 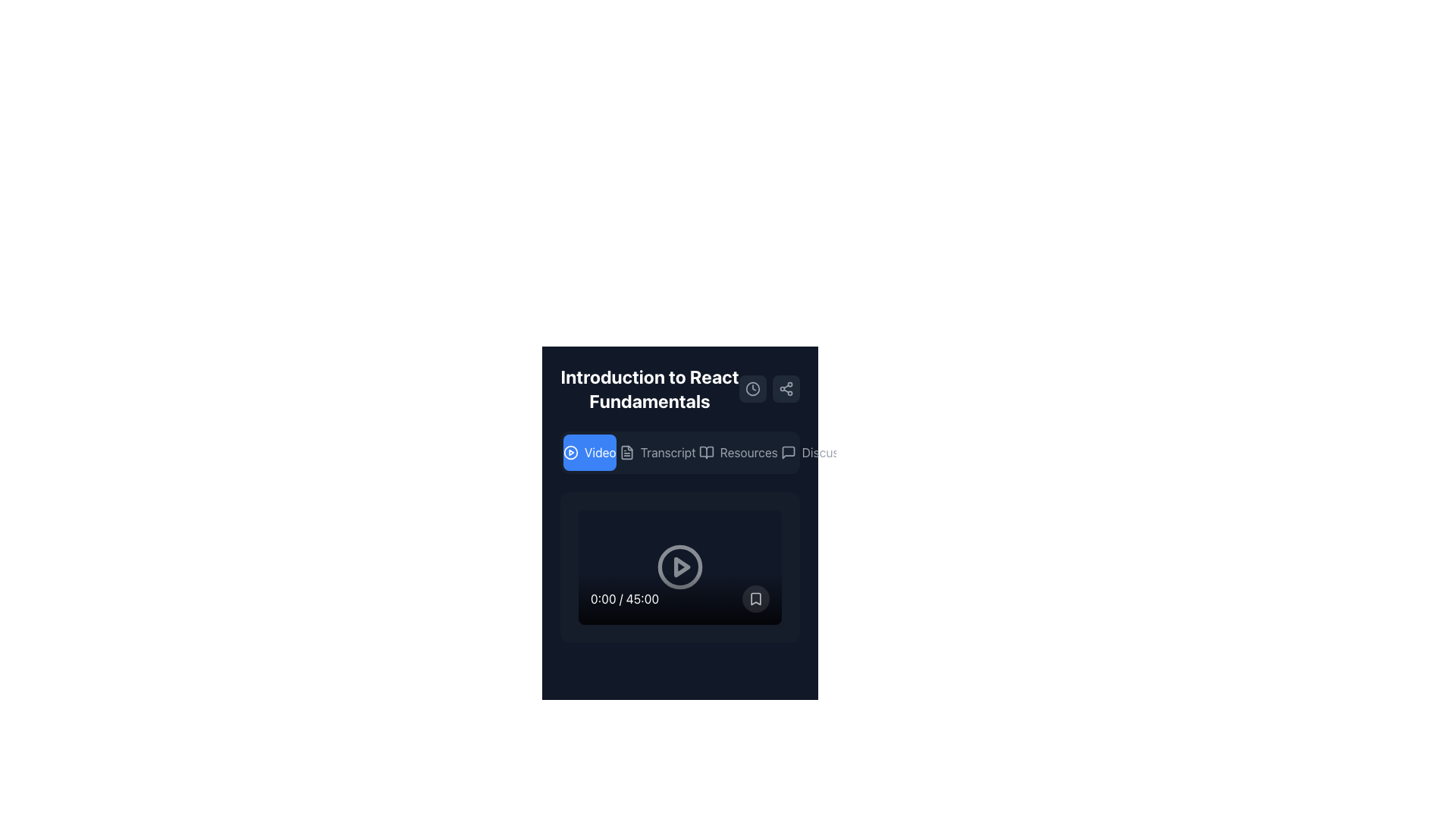 What do you see at coordinates (756, 598) in the screenshot?
I see `the save icon located near the bottom-right corner of the video playback section, adjacent to the duration indicator` at bounding box center [756, 598].